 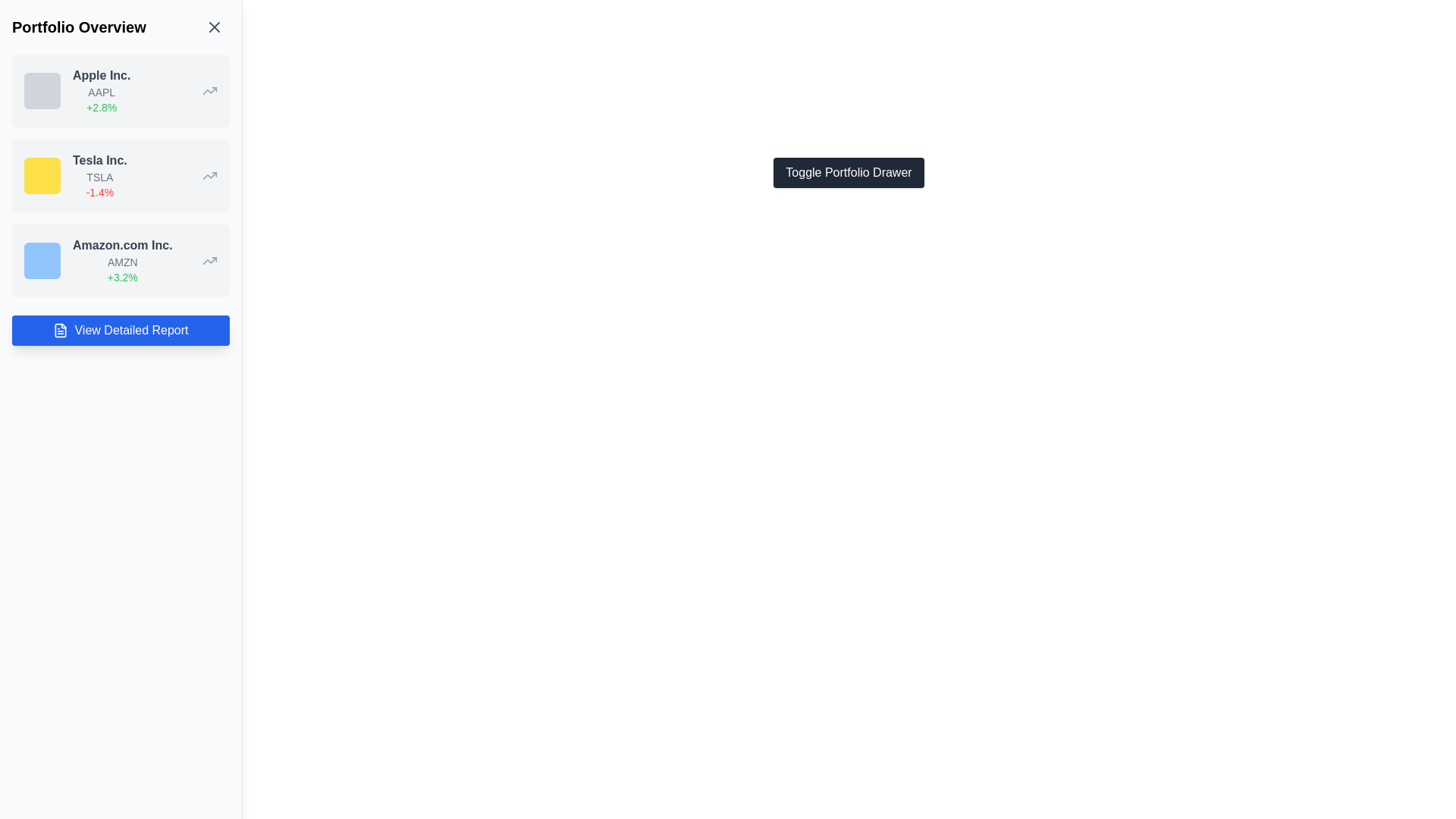 What do you see at coordinates (99, 192) in the screenshot?
I see `the Text label indicating the percentage change for 'Tesla Inc.' located in the lower portion of its grouping, specifically below the stock ticker (TSLA) and company name` at bounding box center [99, 192].